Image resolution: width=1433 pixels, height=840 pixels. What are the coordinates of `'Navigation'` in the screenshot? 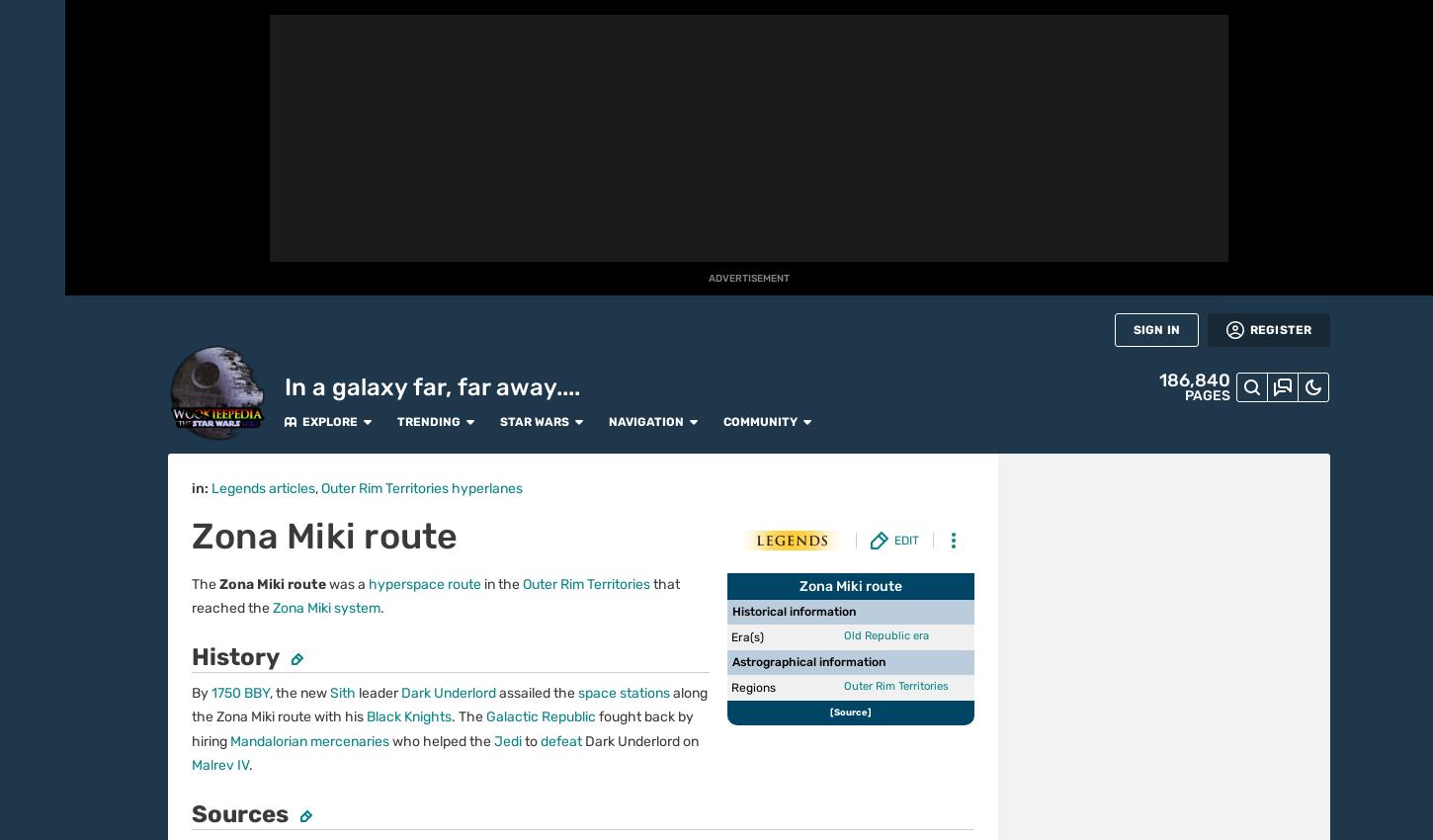 It's located at (613, 21).